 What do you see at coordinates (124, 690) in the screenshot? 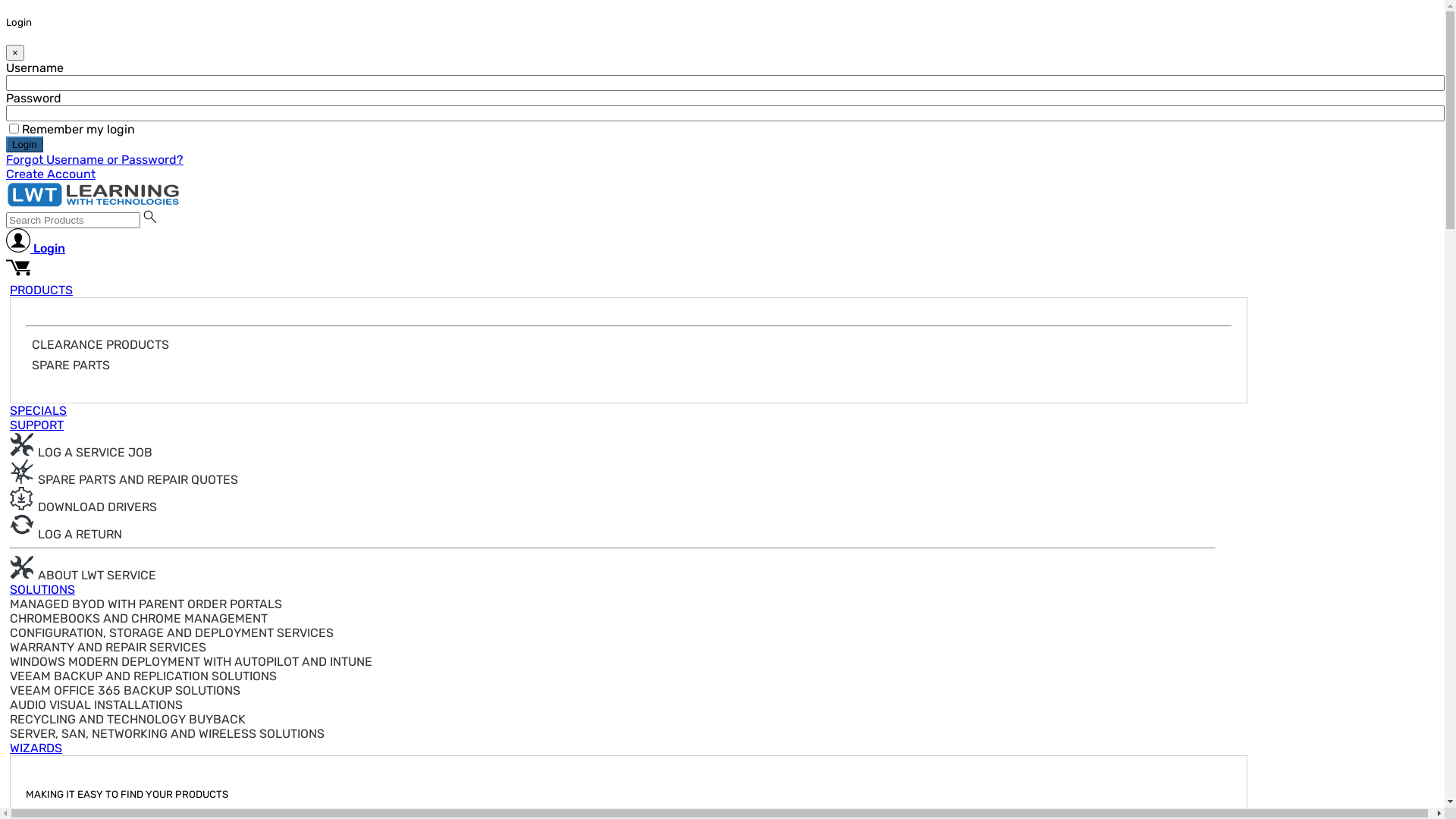
I see `'VEEAM OFFICE 365 BACKUP SOLUTIONS'` at bounding box center [124, 690].